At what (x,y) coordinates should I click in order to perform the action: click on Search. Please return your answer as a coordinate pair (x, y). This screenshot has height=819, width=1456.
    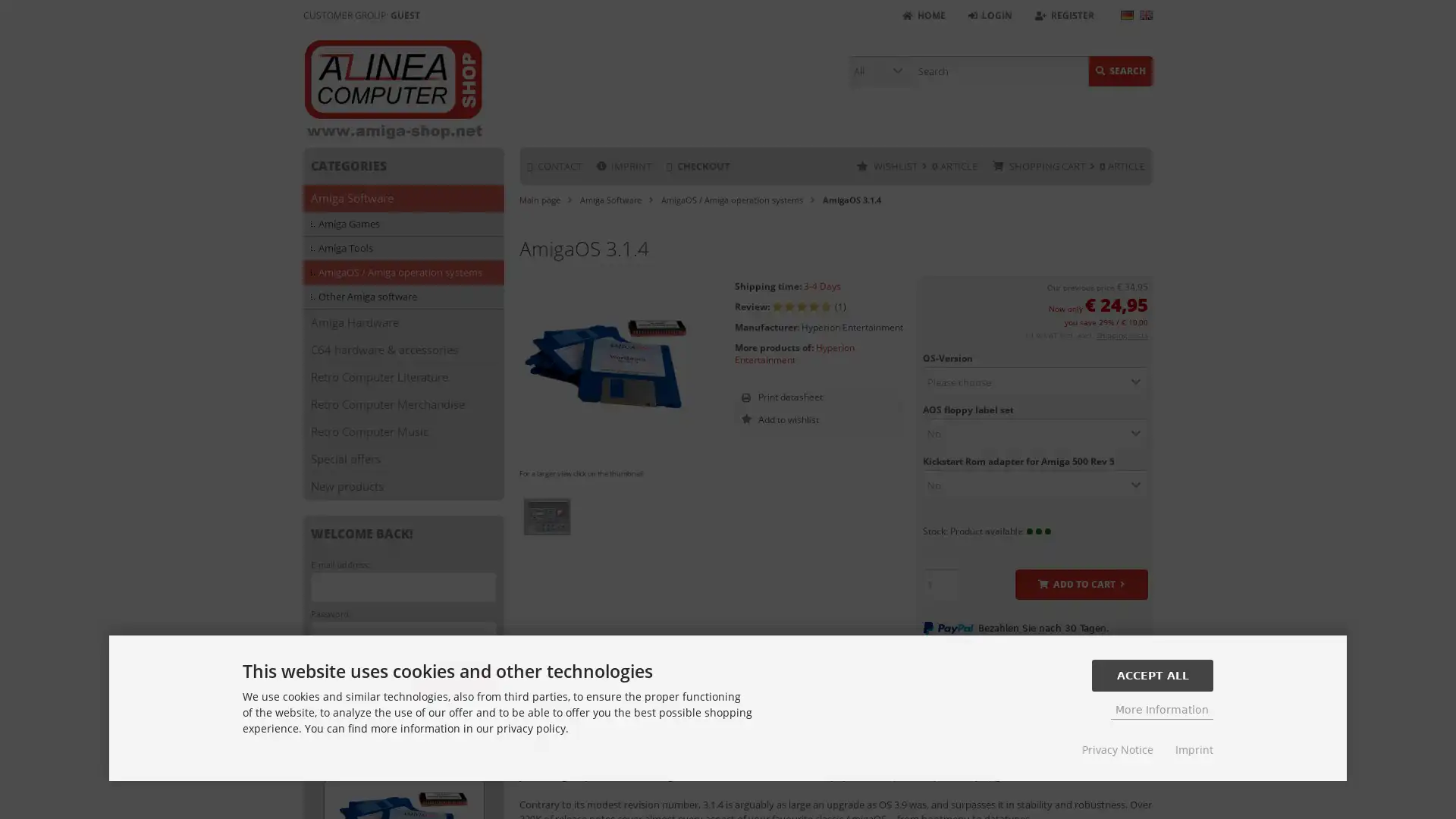
    Looking at the image, I should click on (1121, 71).